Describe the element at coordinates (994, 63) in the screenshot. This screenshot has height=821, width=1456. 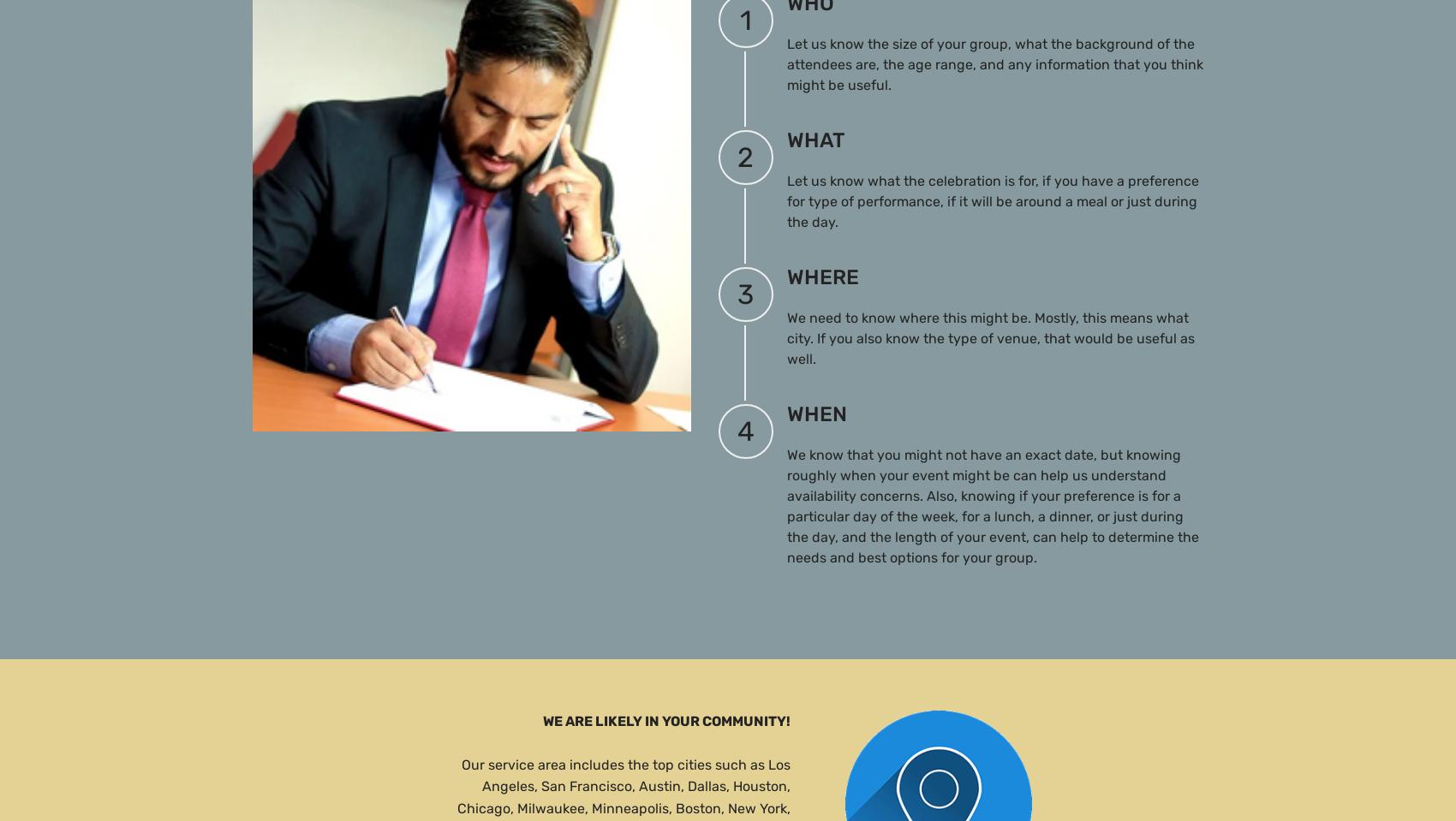
I see `'Let us know the size of your group, what the background of the attendees are, the age range, and any information that you think might be useful.'` at that location.